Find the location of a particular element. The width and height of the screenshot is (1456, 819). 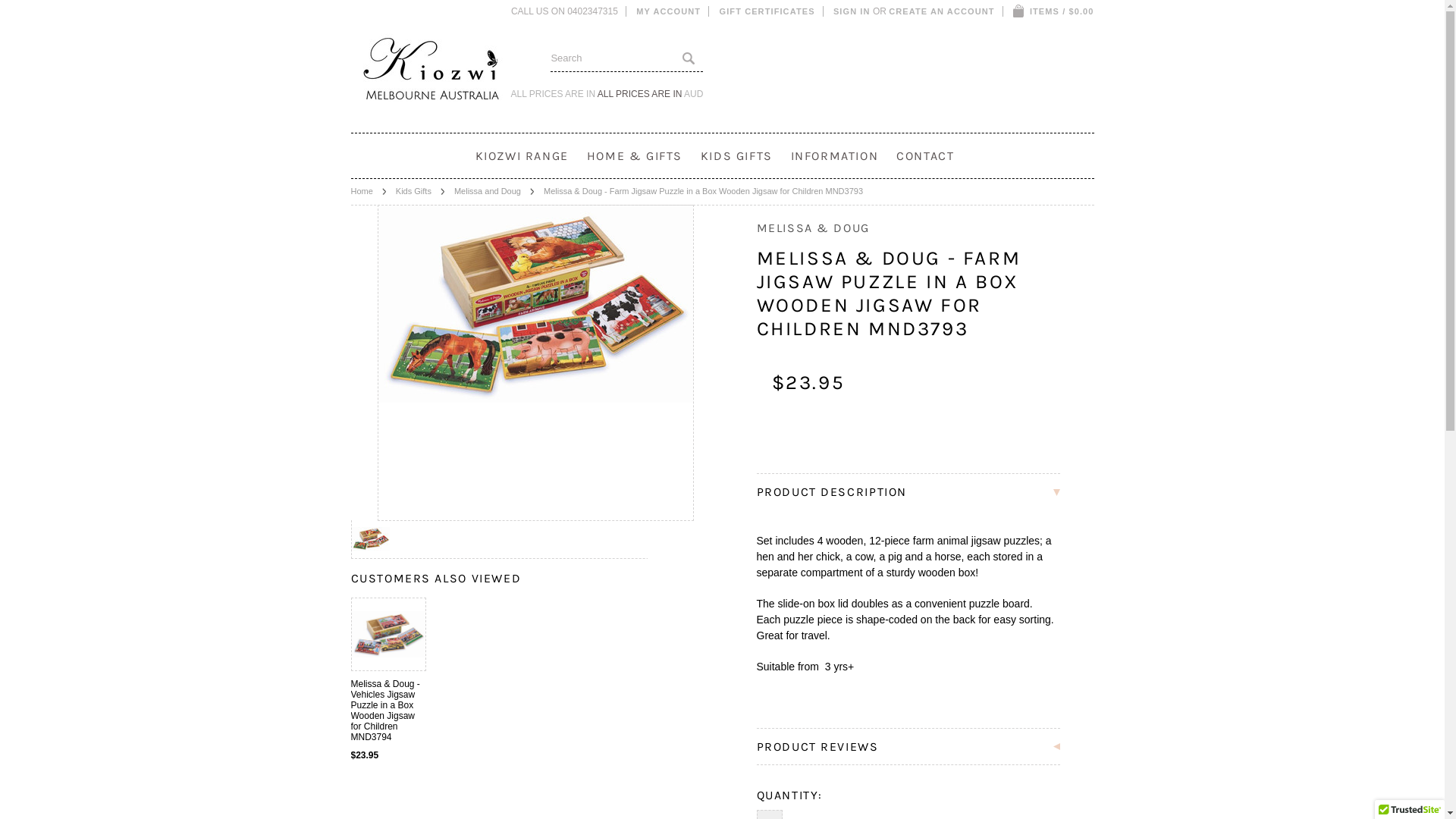

'INFORMATION' is located at coordinates (833, 155).